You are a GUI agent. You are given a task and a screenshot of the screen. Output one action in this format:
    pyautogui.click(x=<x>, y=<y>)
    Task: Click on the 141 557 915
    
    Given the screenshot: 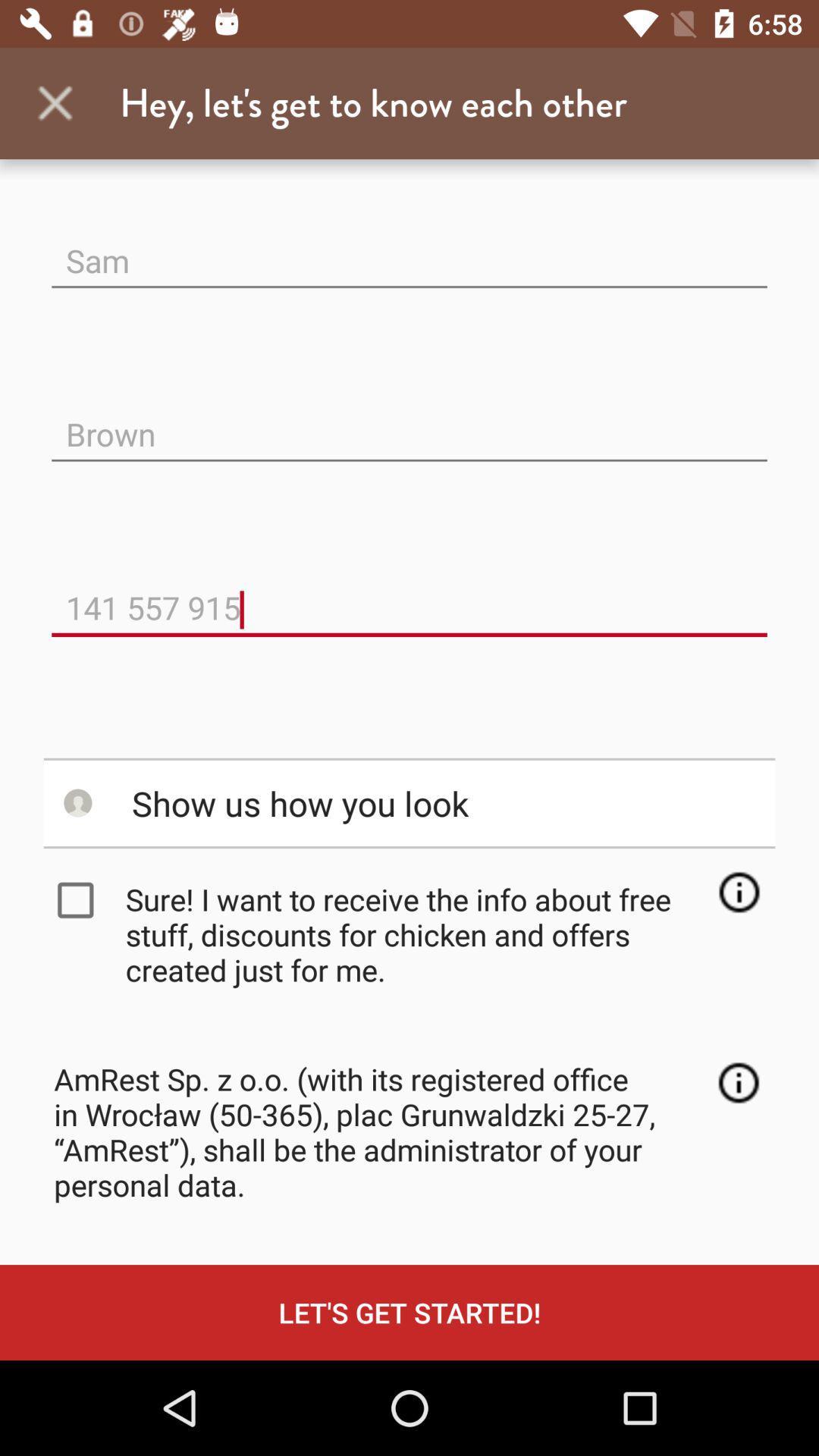 What is the action you would take?
    pyautogui.click(x=409, y=595)
    